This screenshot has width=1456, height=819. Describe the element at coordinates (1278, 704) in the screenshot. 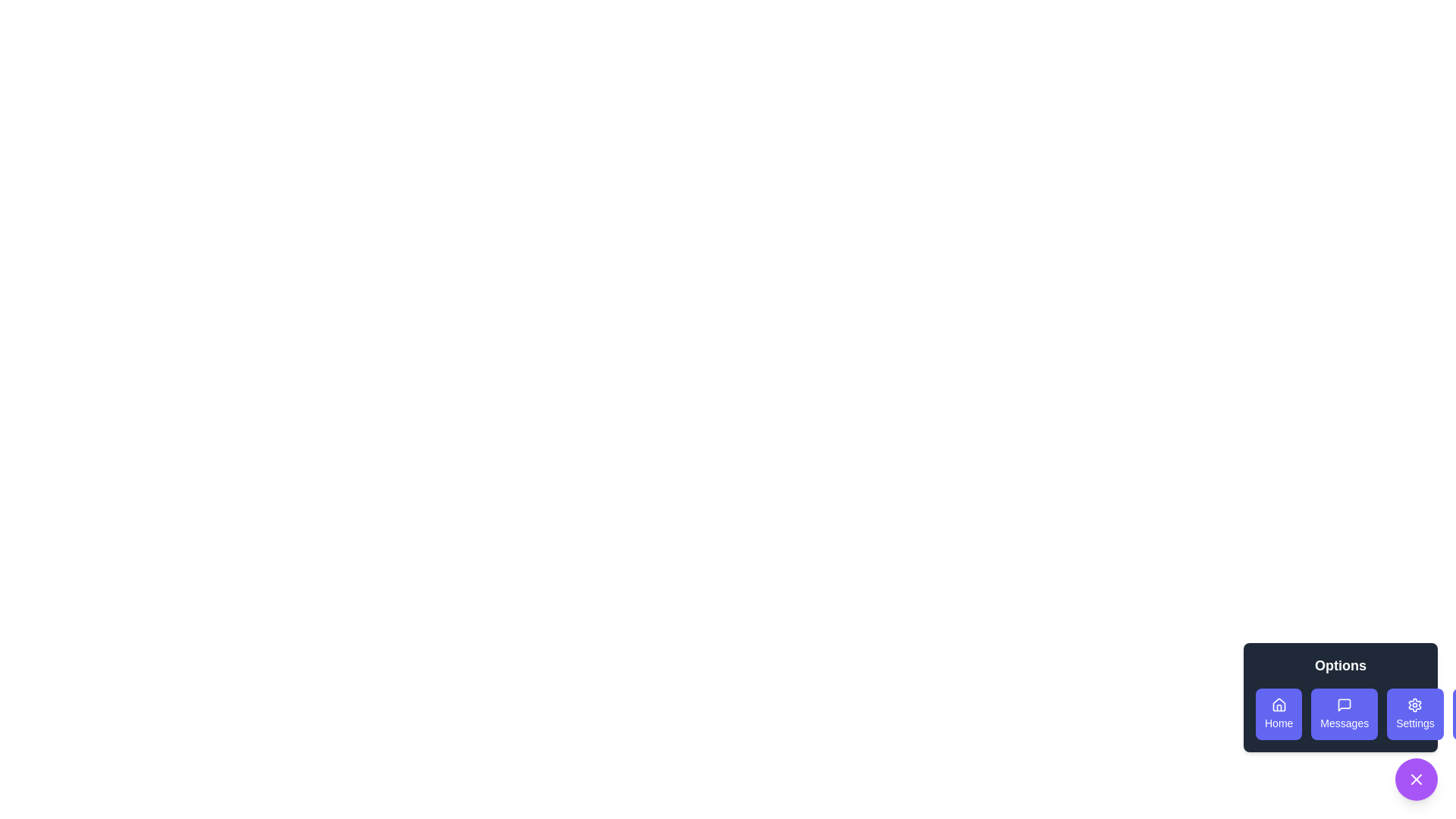

I see `the house icon` at that location.